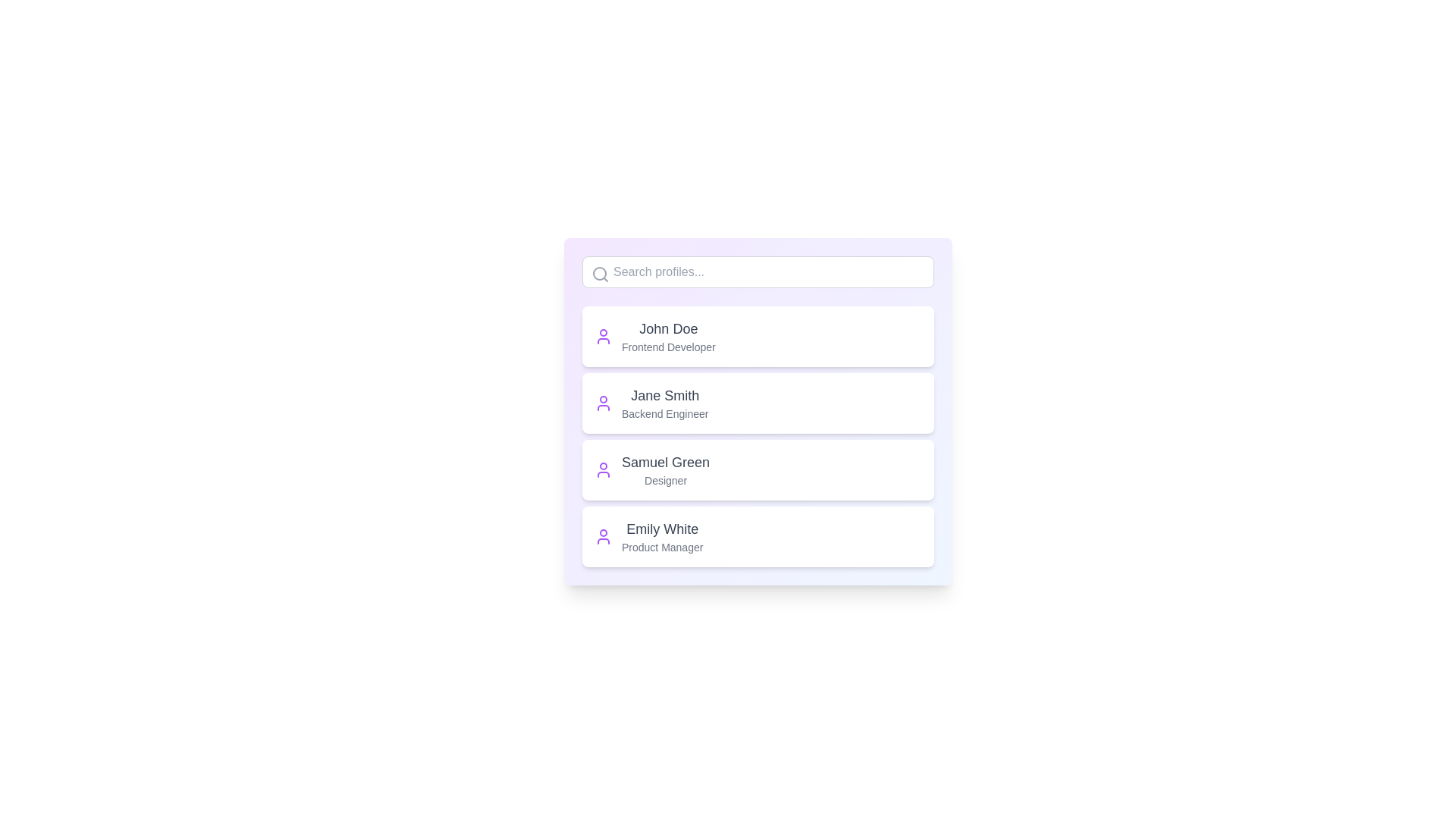  I want to click on the text display component indicating the name 'Samuel Green' and the role 'Designer', which is the third cell in the list of profile information cards, so click(666, 469).